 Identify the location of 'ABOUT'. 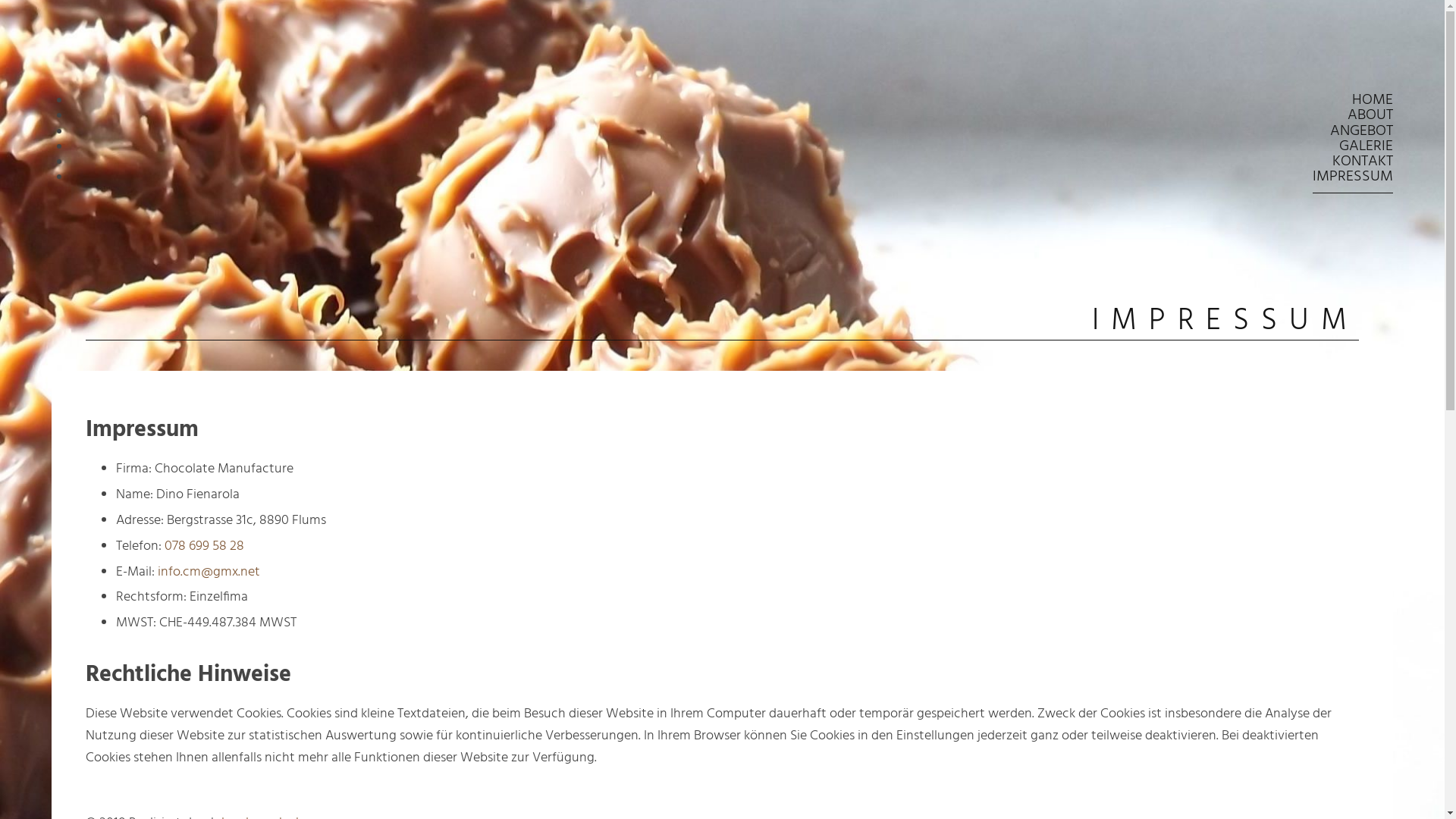
(1370, 115).